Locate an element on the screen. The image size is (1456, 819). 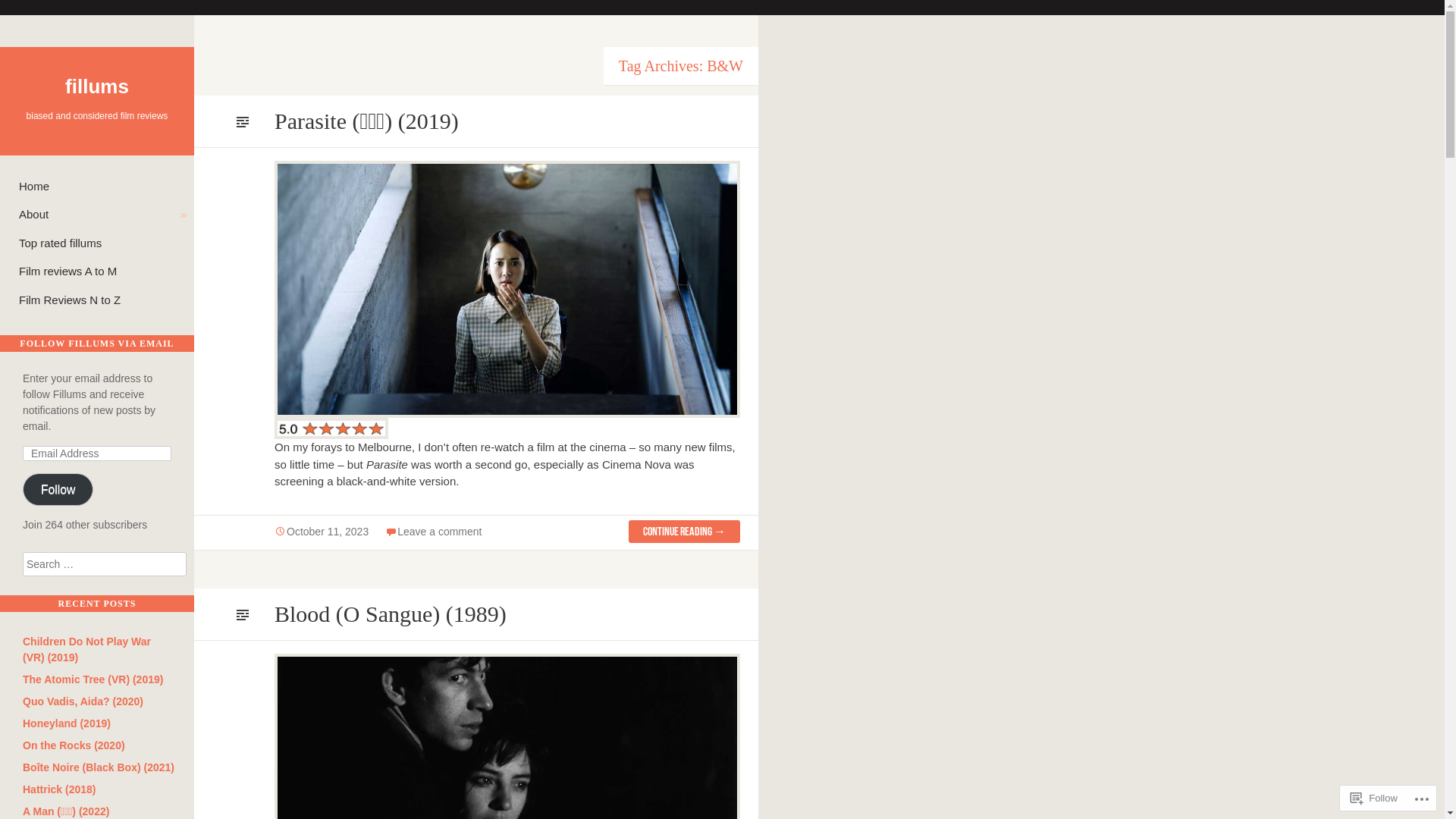
'Children Do Not Play War (VR) (2019)' is located at coordinates (86, 648).